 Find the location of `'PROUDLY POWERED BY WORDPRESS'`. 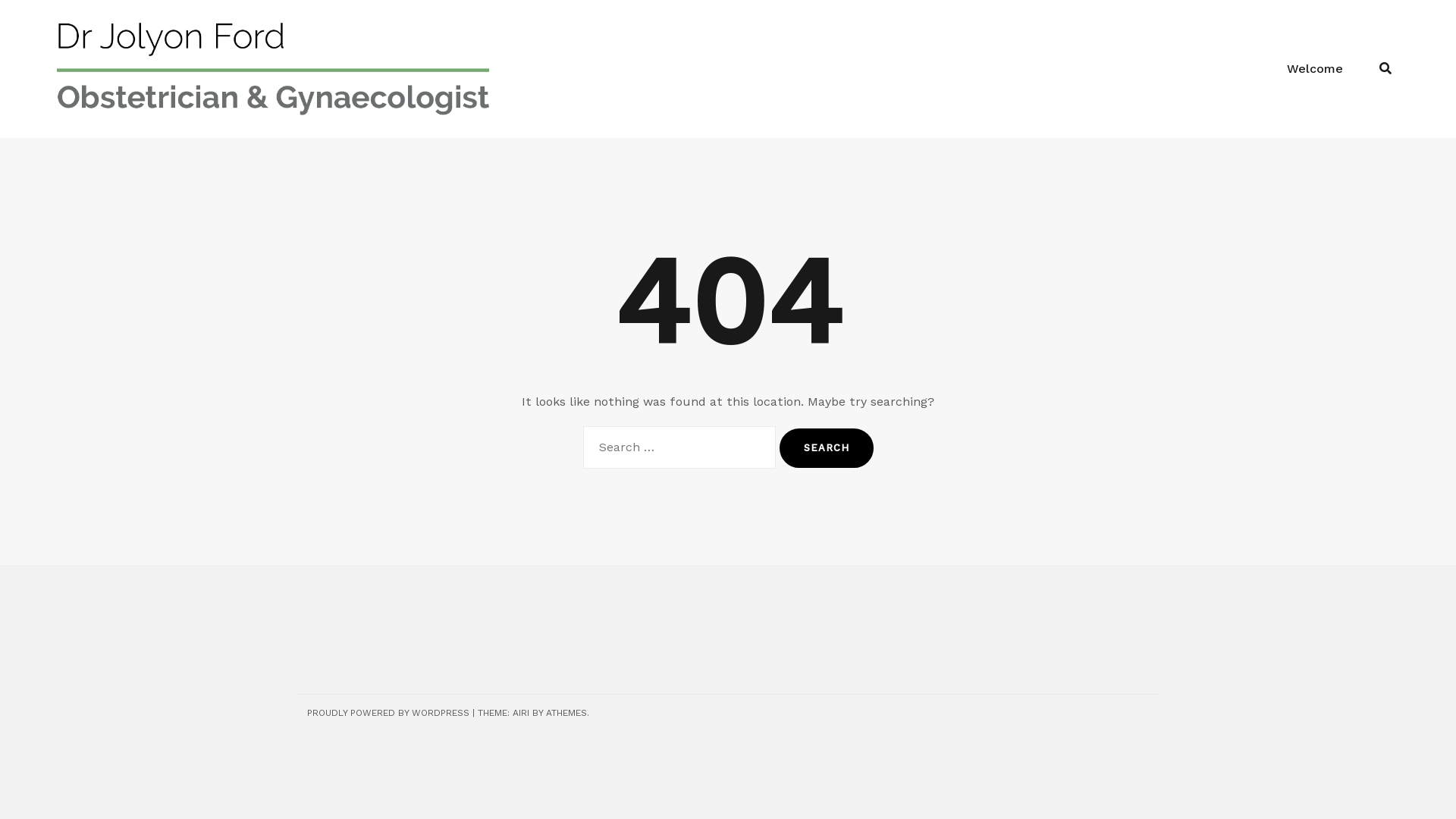

'PROUDLY POWERED BY WORDPRESS' is located at coordinates (388, 713).